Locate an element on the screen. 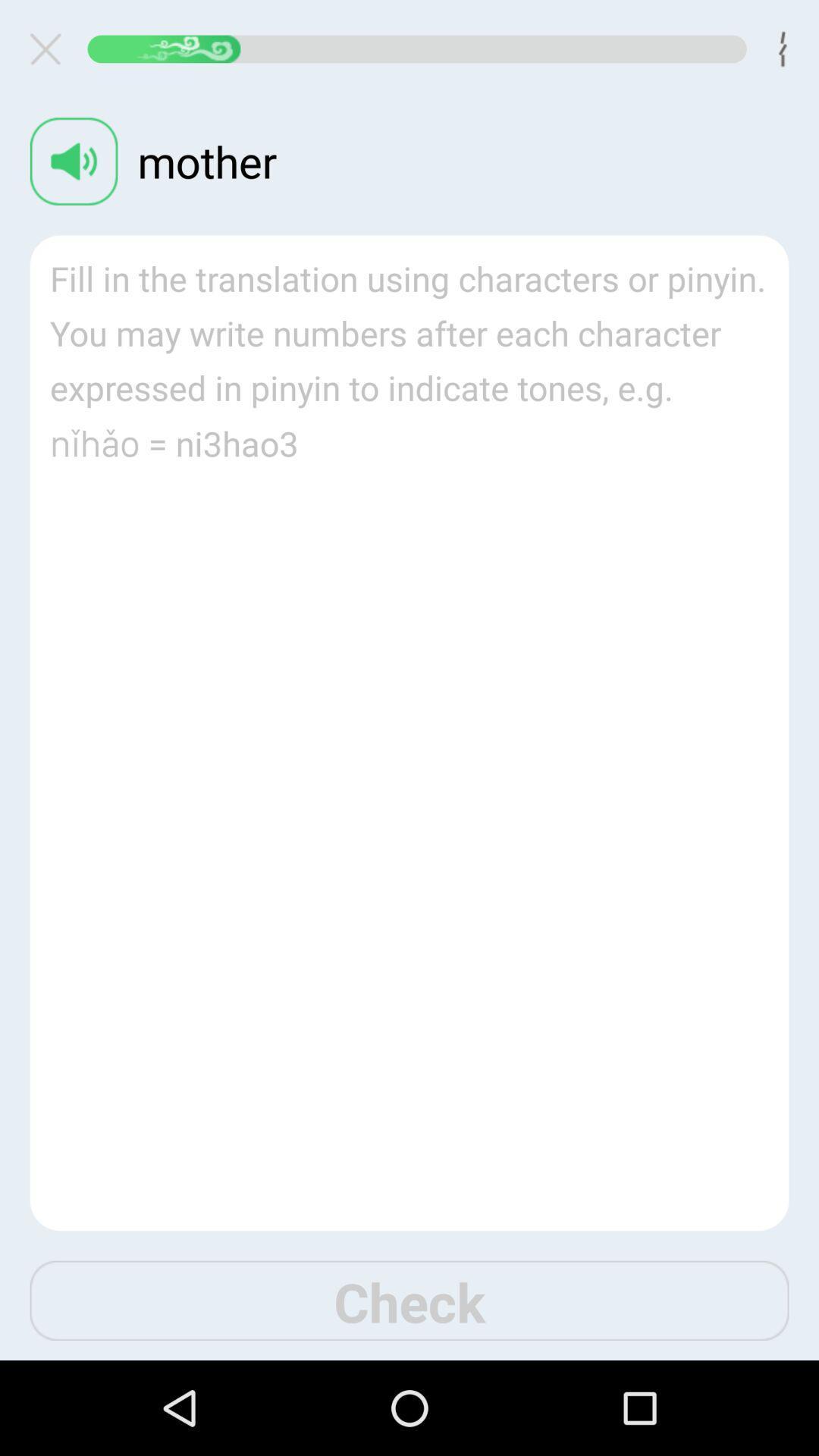 The image size is (819, 1456). control your volume is located at coordinates (74, 161).